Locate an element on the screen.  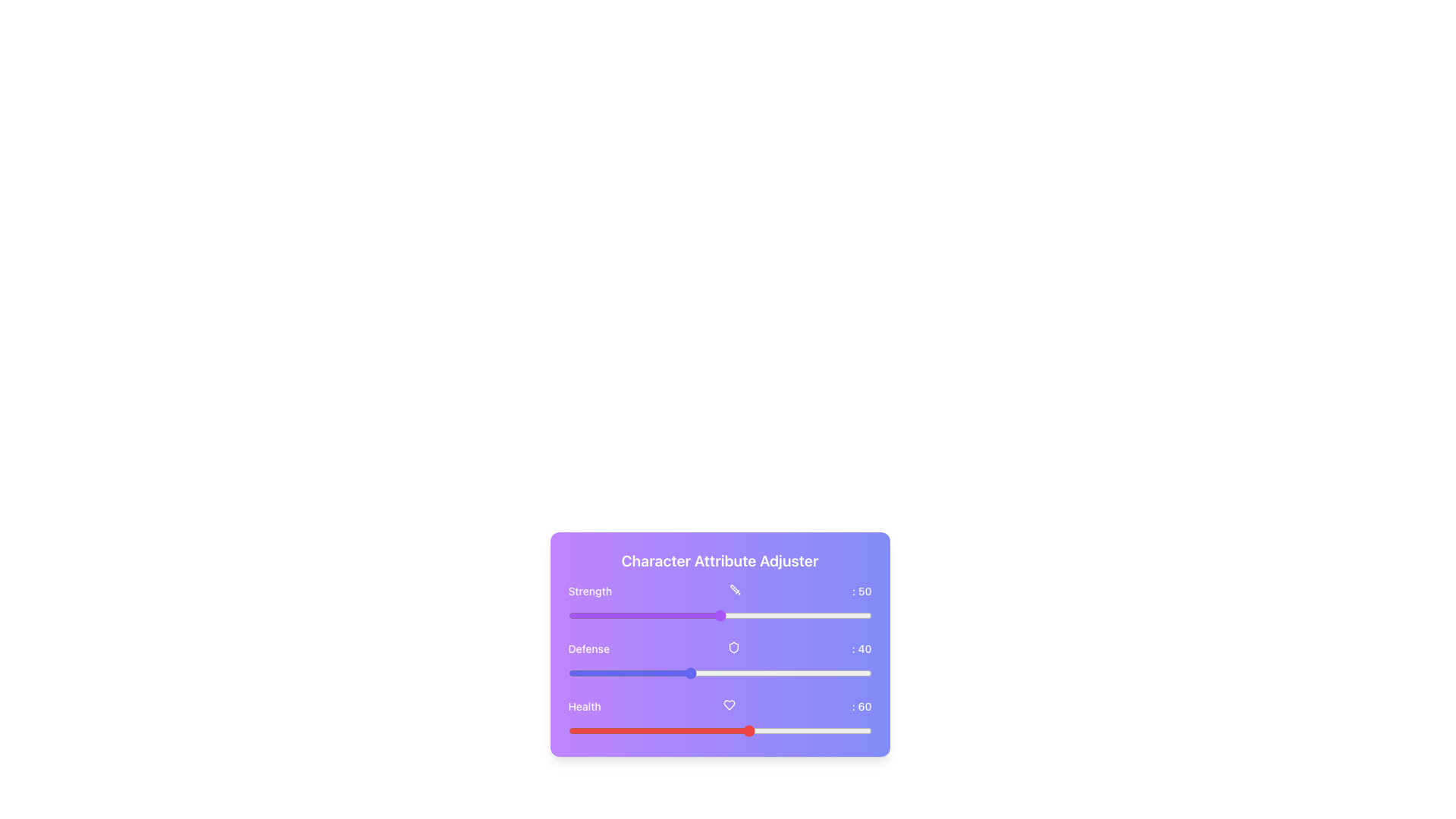
the Health slider is located at coordinates (850, 730).